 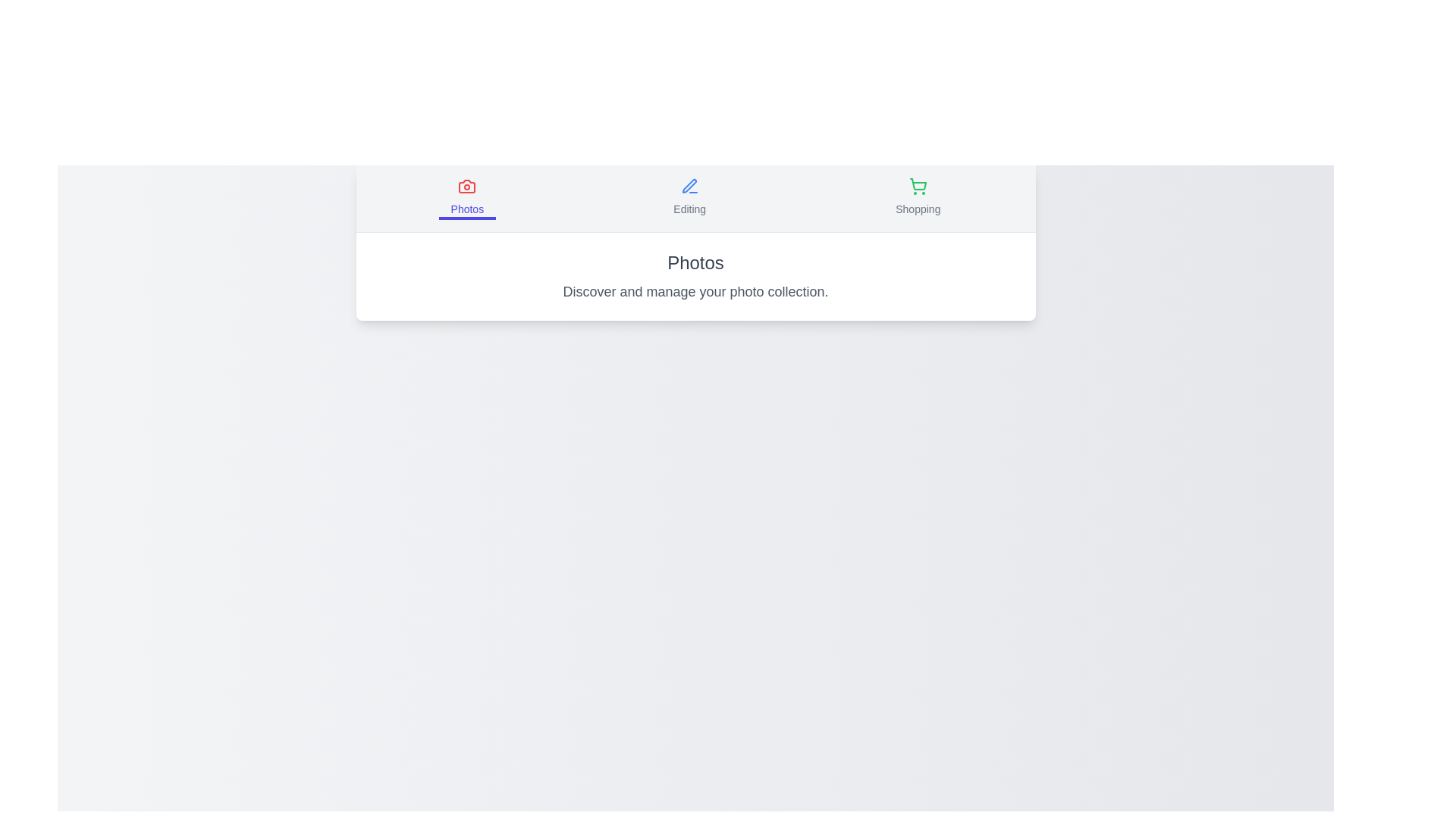 What do you see at coordinates (689, 198) in the screenshot?
I see `the Editing tab by clicking on its button` at bounding box center [689, 198].